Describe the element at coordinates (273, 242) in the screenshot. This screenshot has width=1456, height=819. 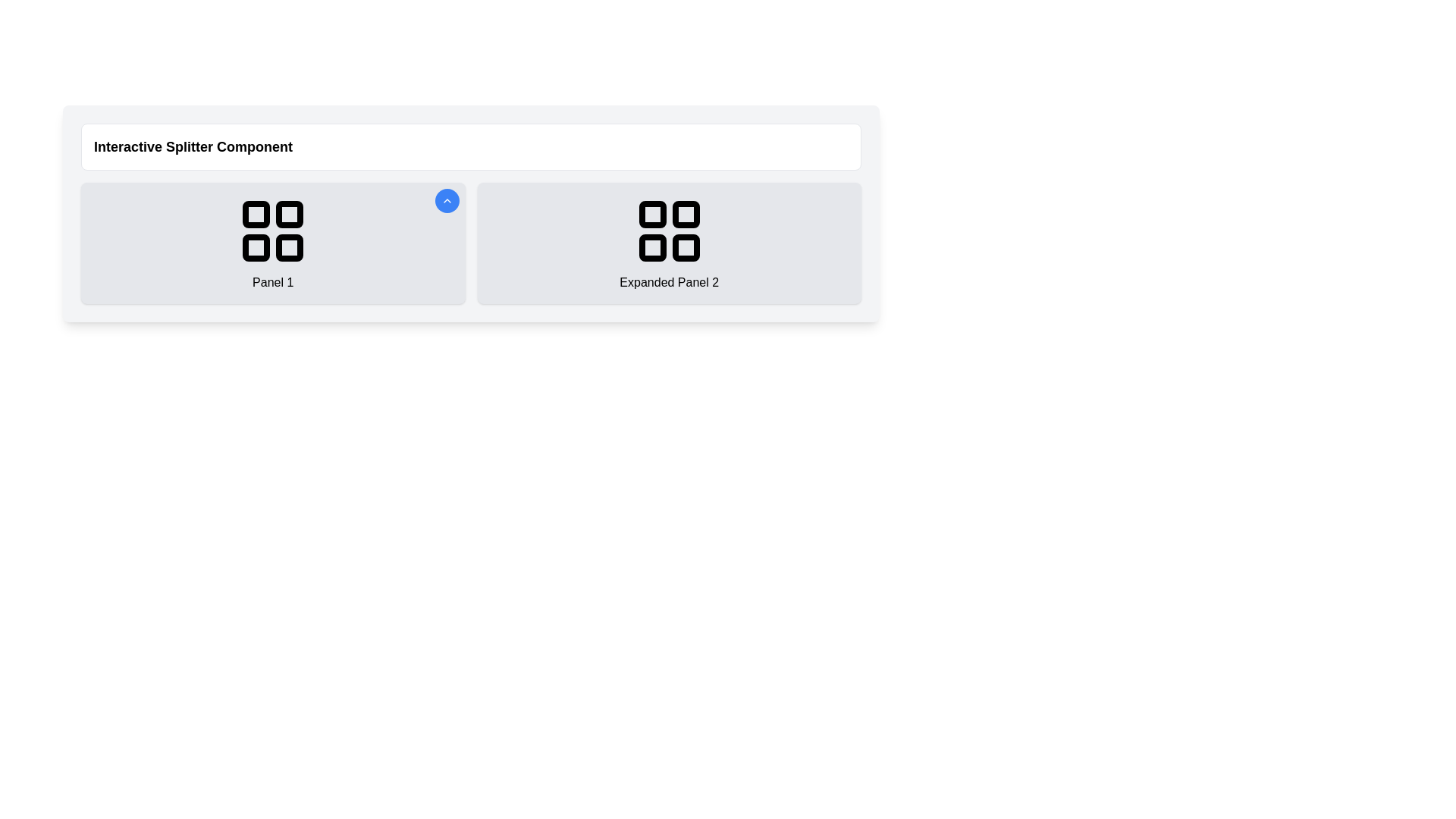
I see `the left panel of the interactive splitter component that displays content related to 'Panel 1'` at that location.